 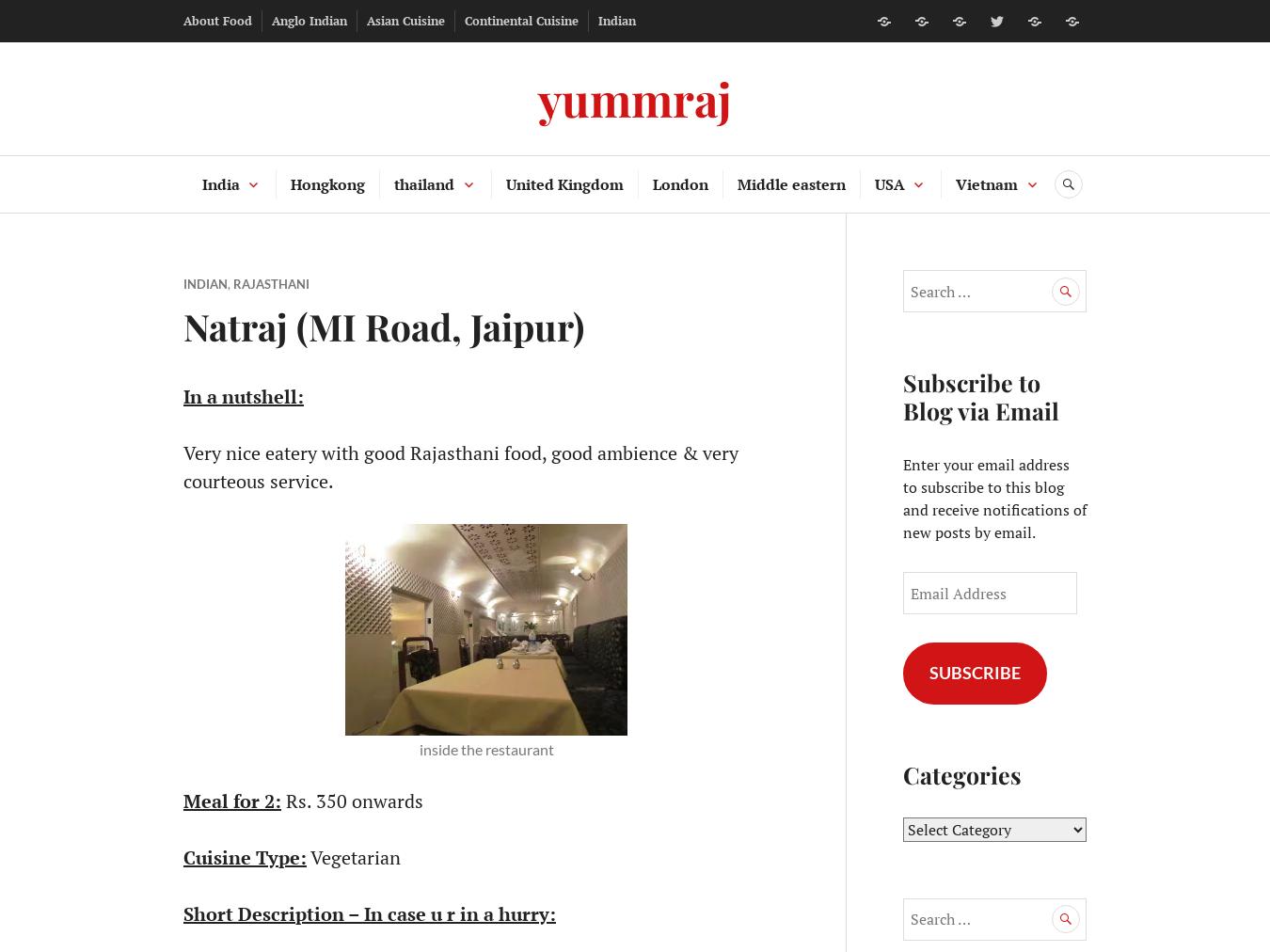 What do you see at coordinates (327, 184) in the screenshot?
I see `'Hongkong'` at bounding box center [327, 184].